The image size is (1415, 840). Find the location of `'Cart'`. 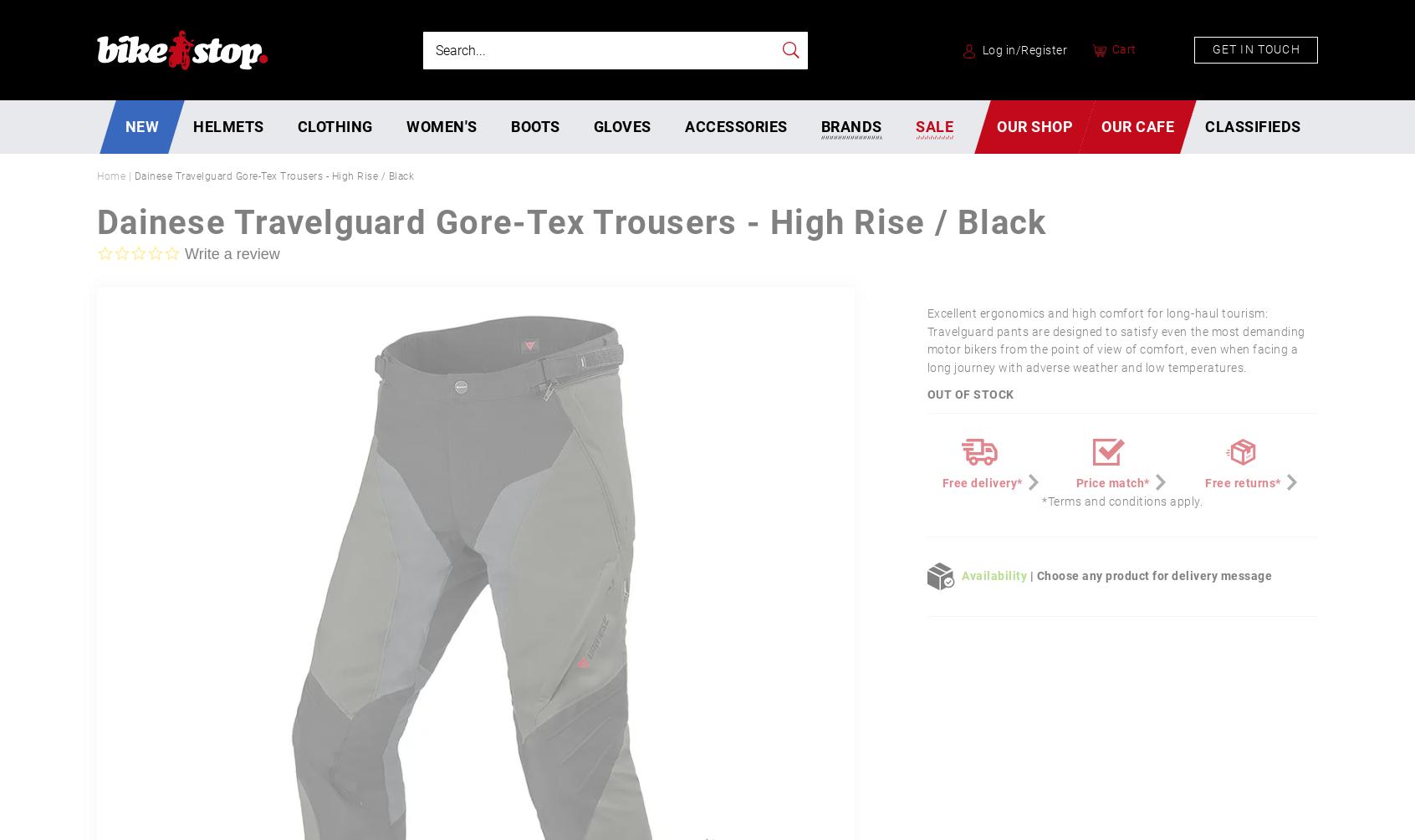

'Cart' is located at coordinates (1111, 48).